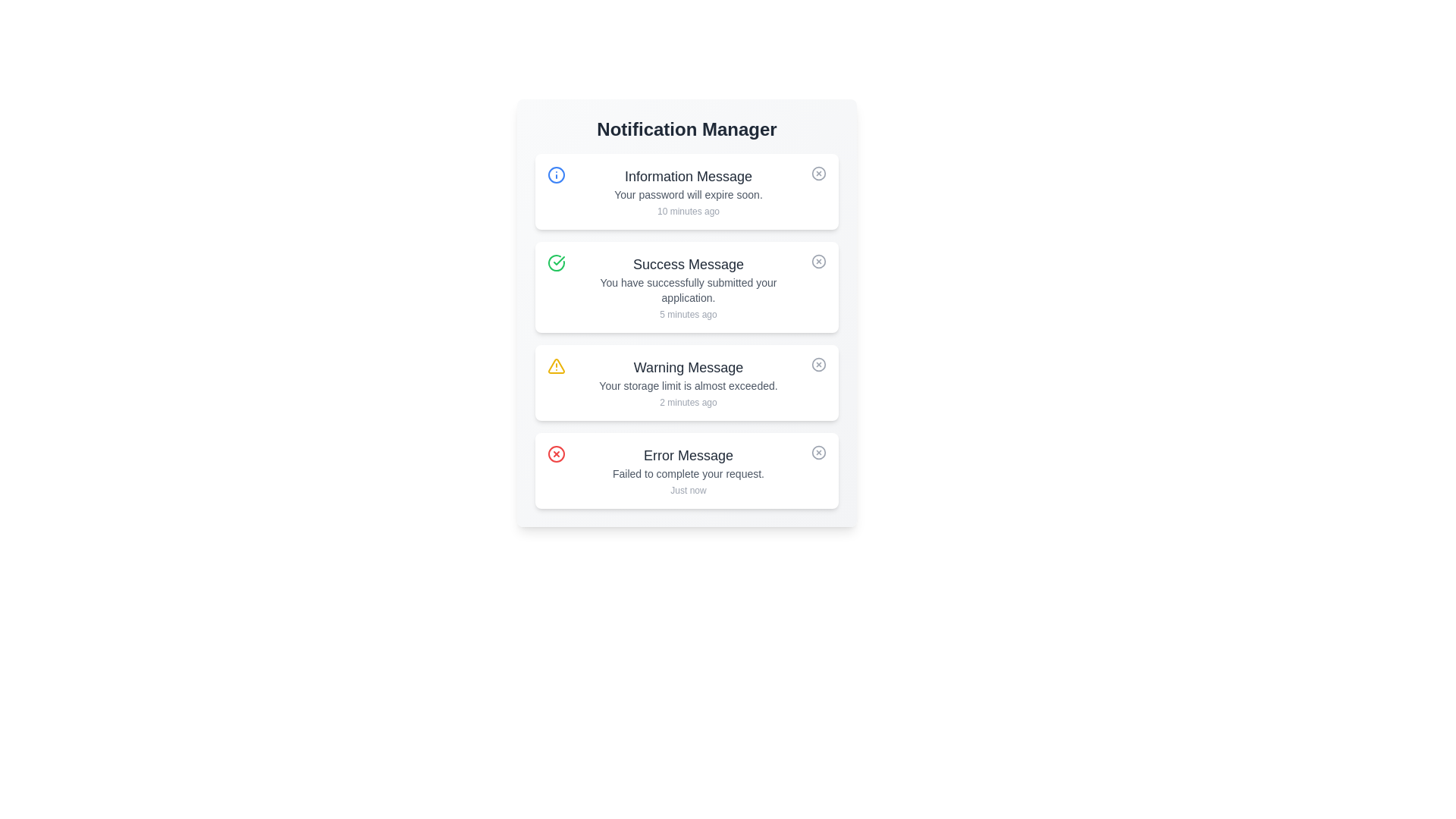 The height and width of the screenshot is (819, 1456). Describe the element at coordinates (687, 175) in the screenshot. I see `the 'Information Message' static text label, which is styled in dark gray and positioned in the first notification card under the 'Notification Manager' heading` at that location.